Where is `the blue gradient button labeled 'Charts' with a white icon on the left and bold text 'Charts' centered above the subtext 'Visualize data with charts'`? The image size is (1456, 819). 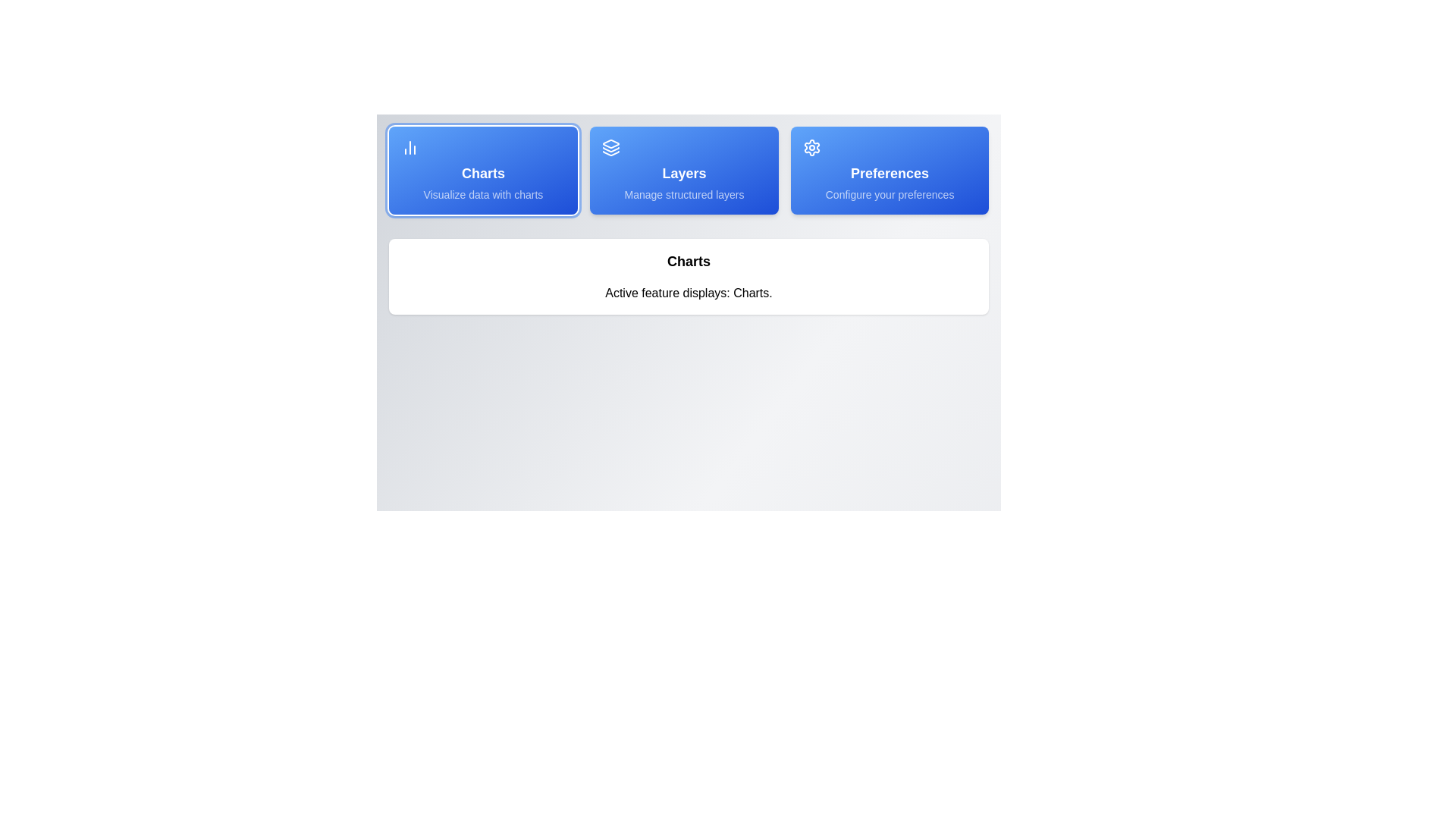
the blue gradient button labeled 'Charts' with a white icon on the left and bold text 'Charts' centered above the subtext 'Visualize data with charts' is located at coordinates (482, 170).